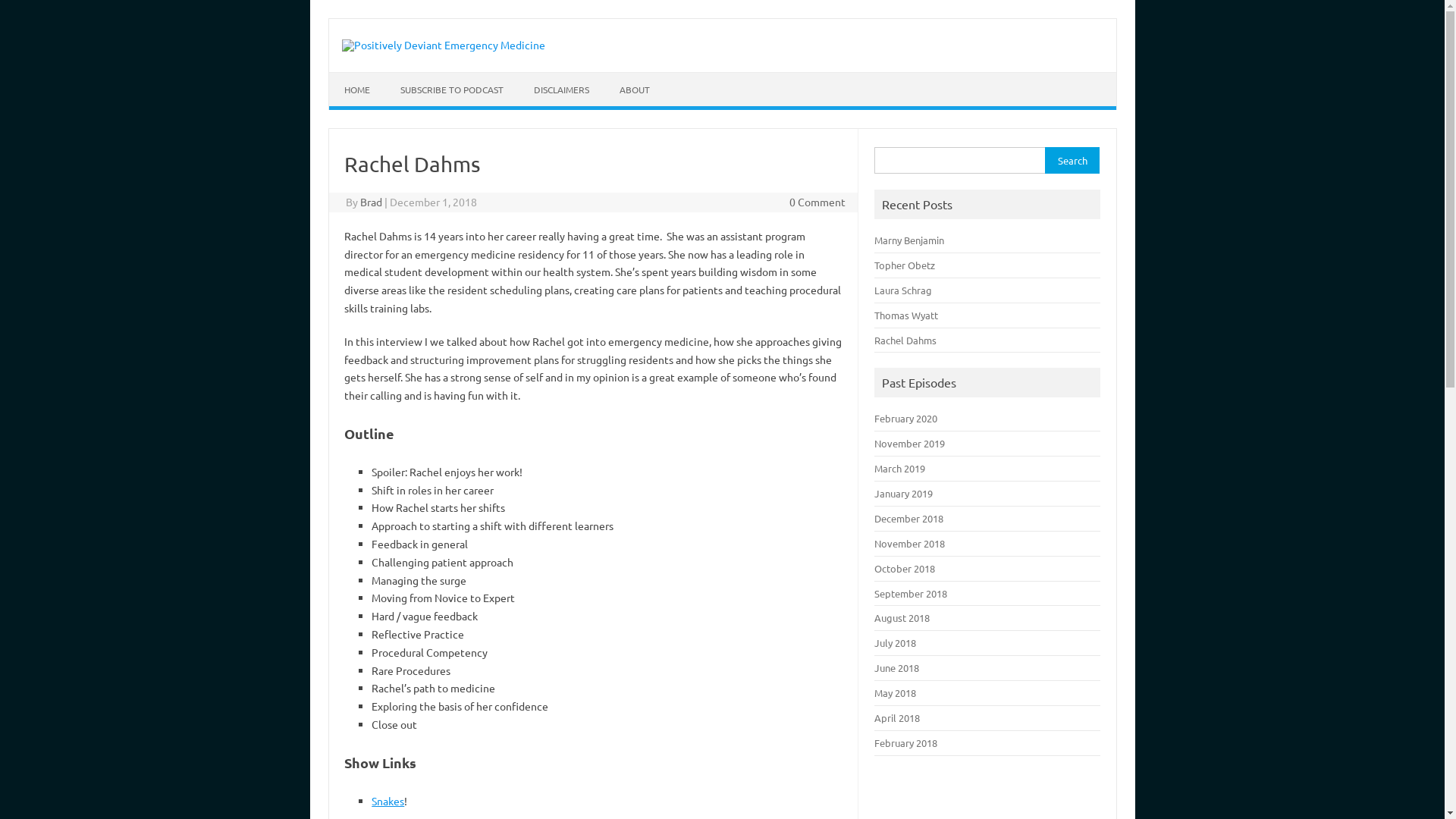  I want to click on 'SUBSCRIBE TO PODCAST', so click(450, 89).